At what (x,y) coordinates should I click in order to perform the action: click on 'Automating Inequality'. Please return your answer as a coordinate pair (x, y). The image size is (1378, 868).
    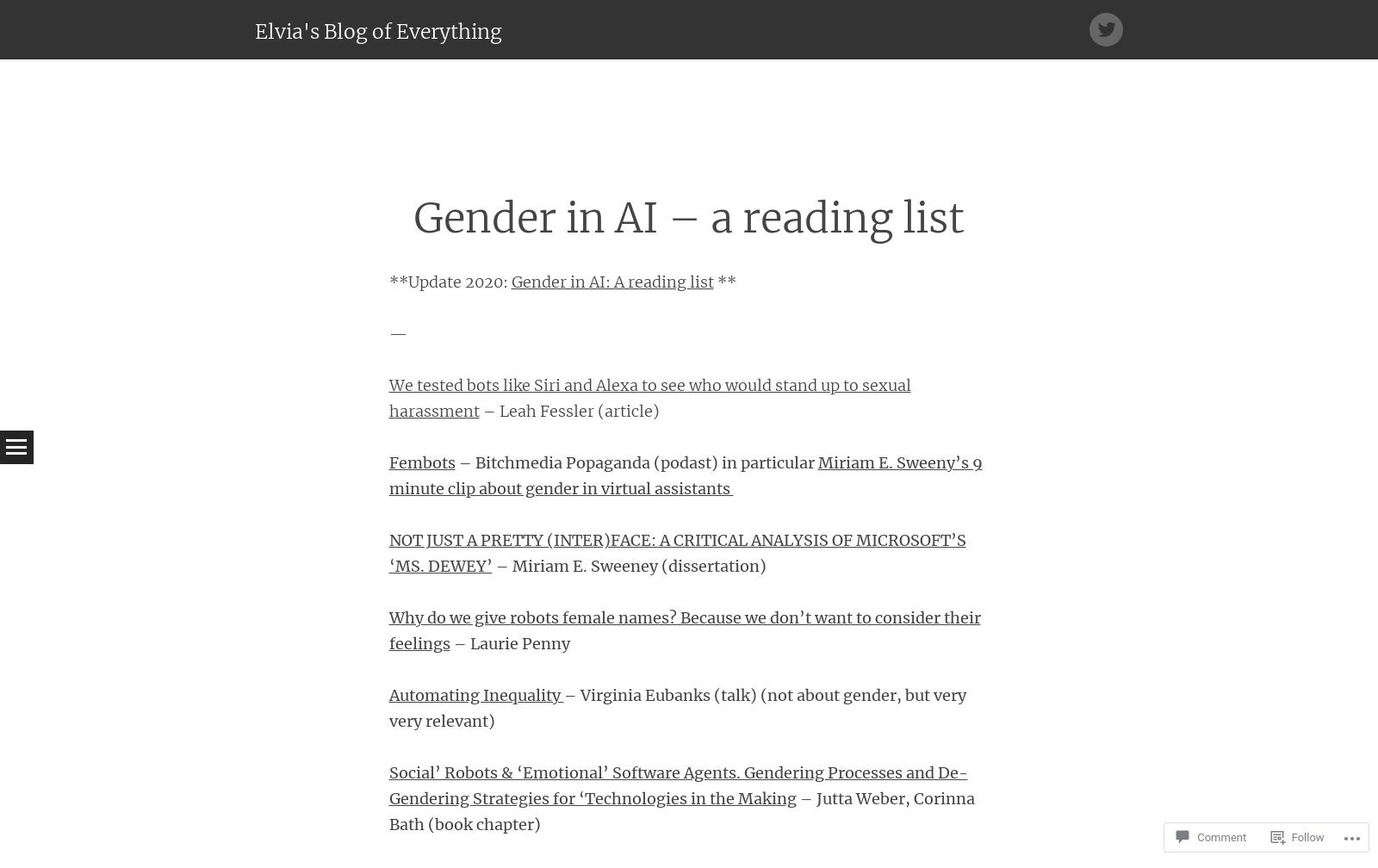
    Looking at the image, I should click on (388, 695).